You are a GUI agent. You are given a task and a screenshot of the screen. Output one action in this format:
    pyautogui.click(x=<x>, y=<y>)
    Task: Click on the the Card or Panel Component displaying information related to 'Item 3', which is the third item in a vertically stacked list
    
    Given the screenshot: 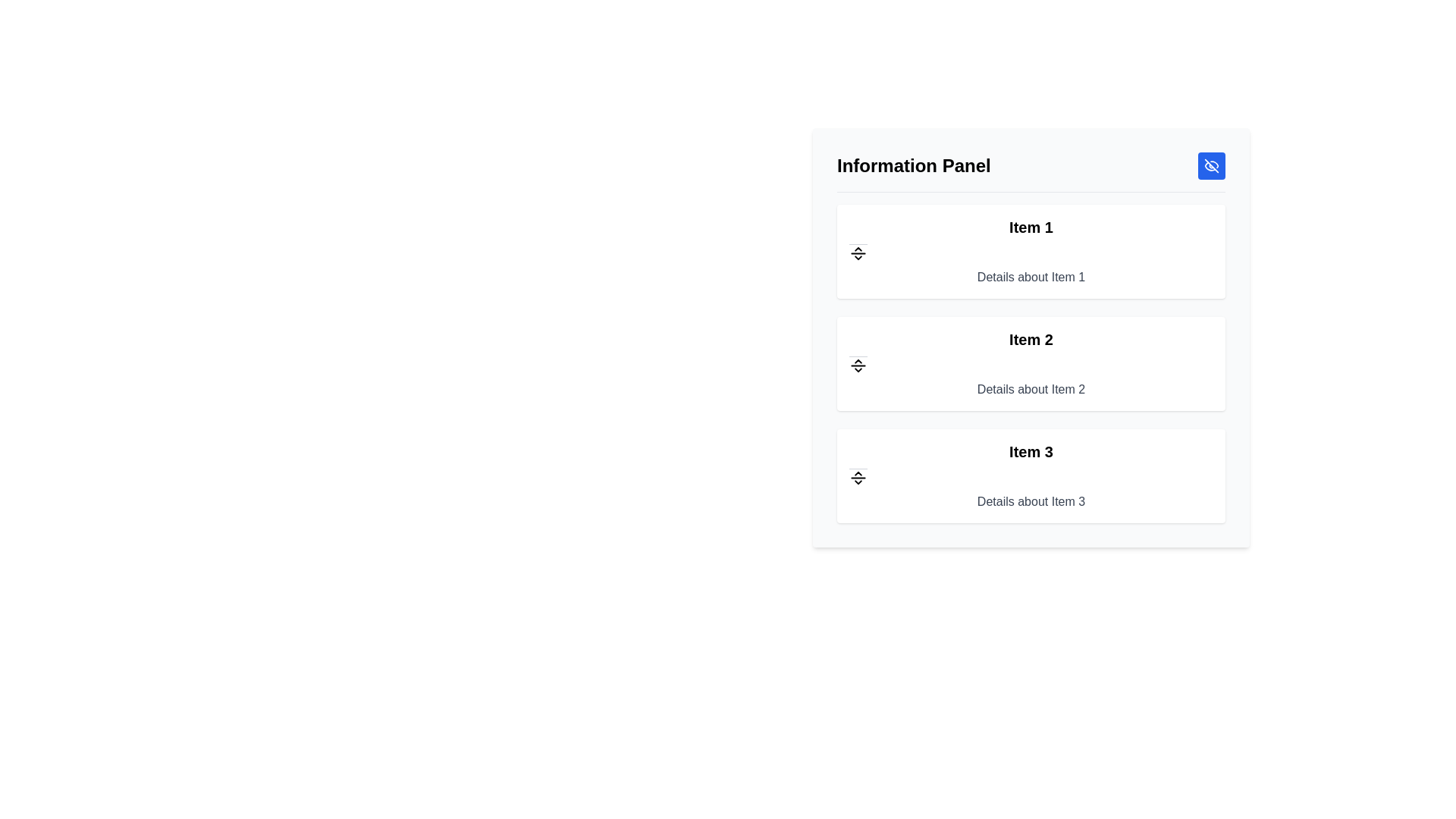 What is the action you would take?
    pyautogui.click(x=1031, y=475)
    